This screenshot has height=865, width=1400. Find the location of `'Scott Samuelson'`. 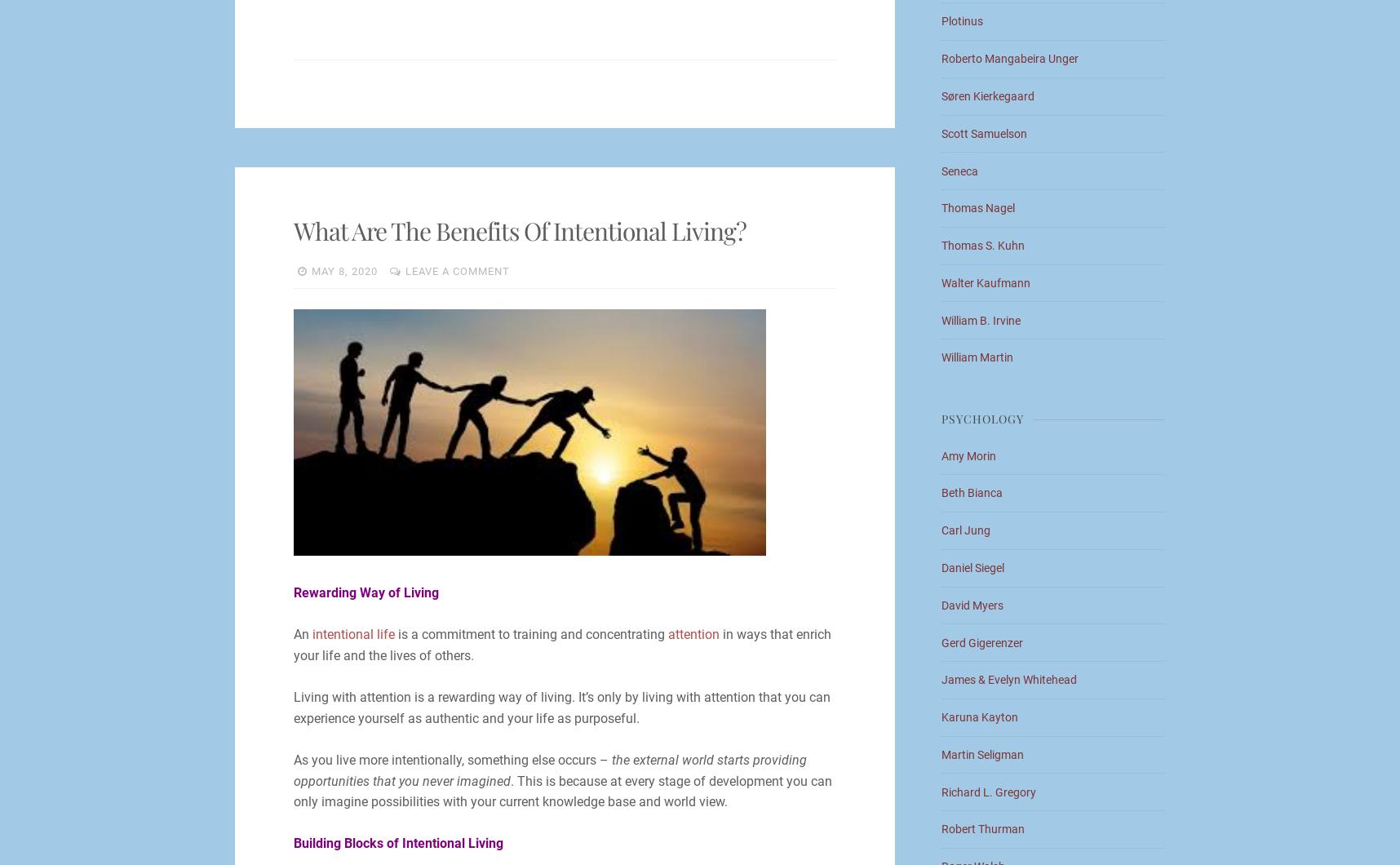

'Scott Samuelson' is located at coordinates (984, 132).